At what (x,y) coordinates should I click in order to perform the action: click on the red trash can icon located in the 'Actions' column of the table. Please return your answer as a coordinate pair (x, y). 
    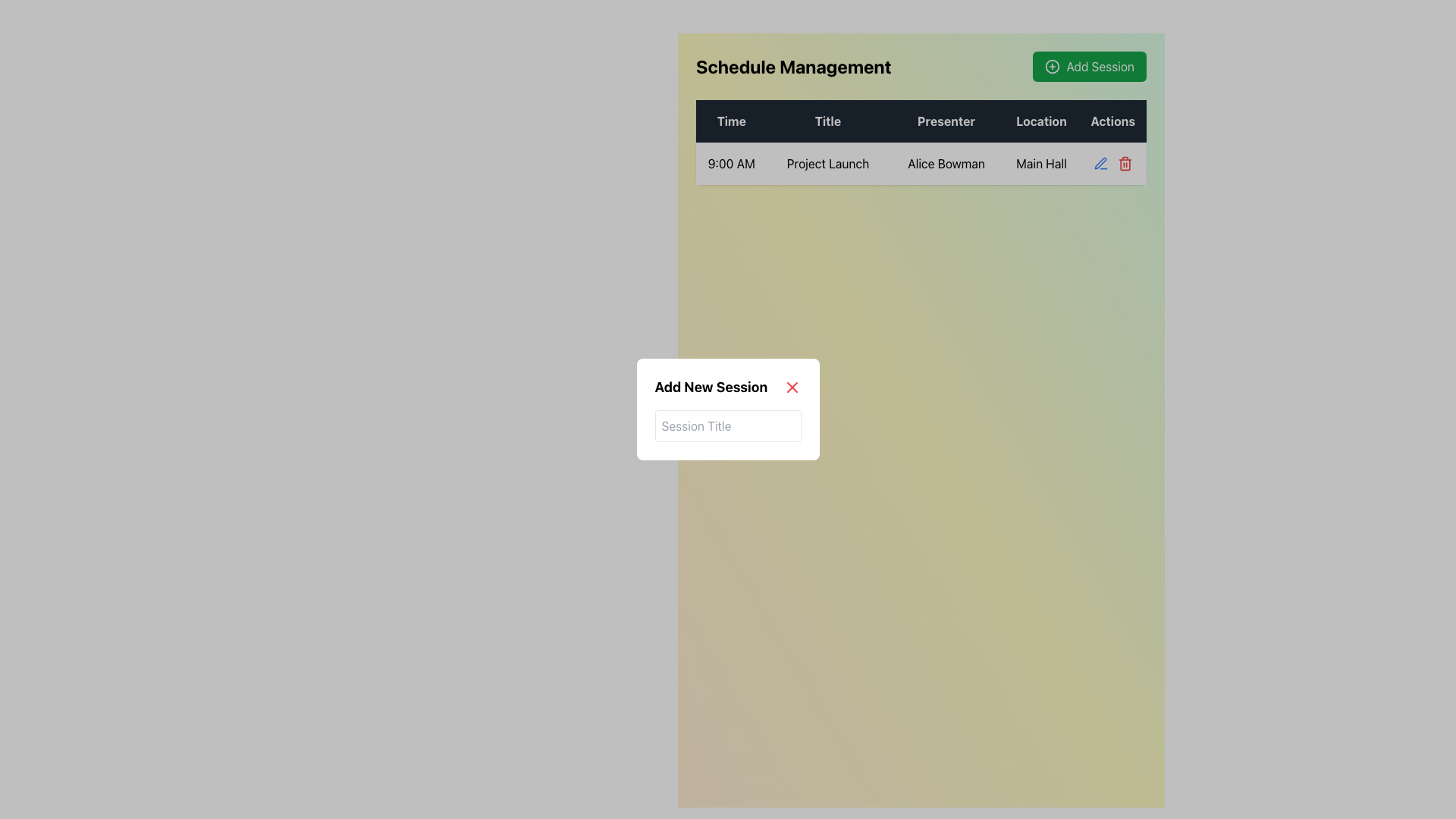
    Looking at the image, I should click on (1125, 165).